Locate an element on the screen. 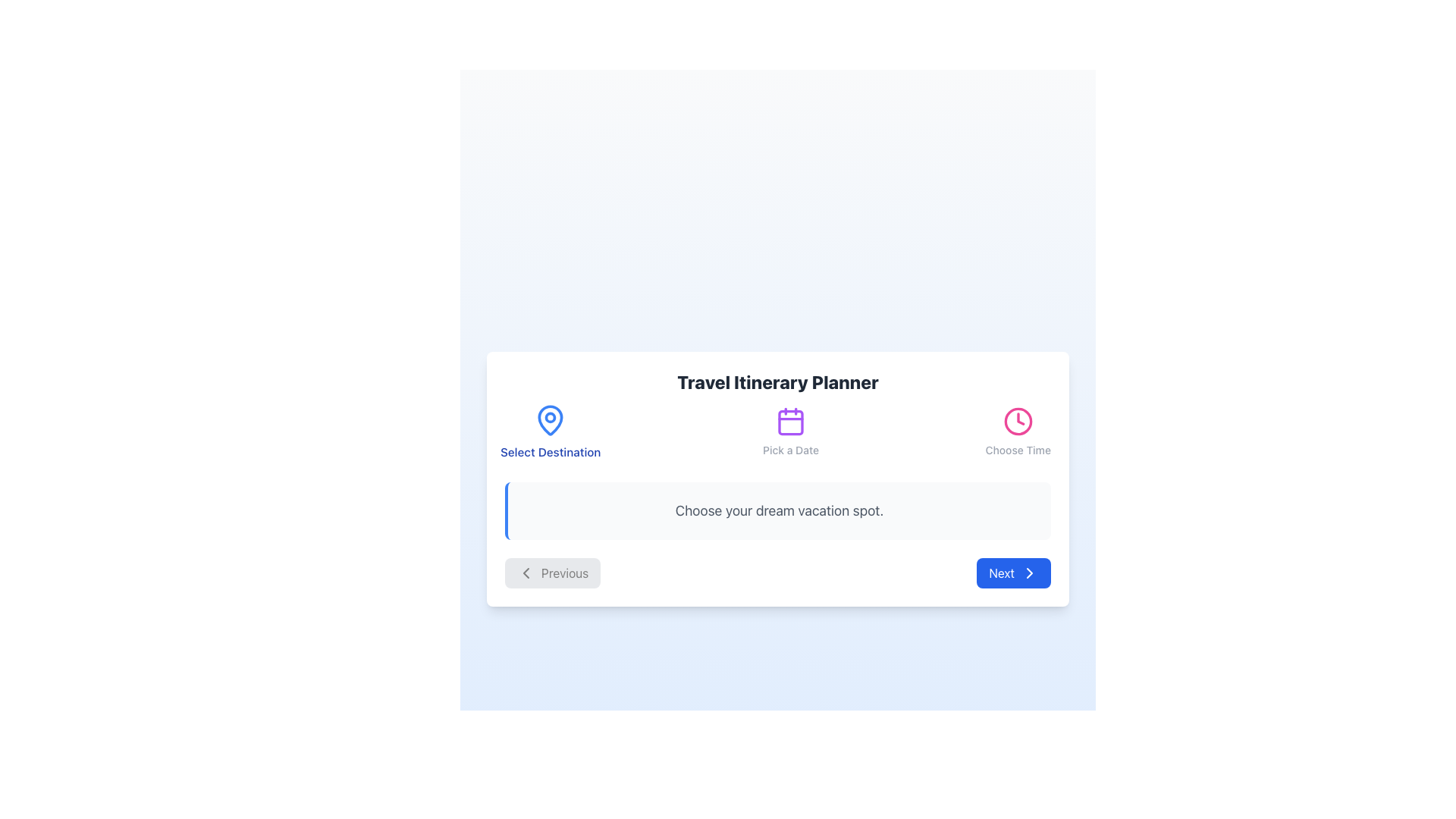 This screenshot has width=1456, height=819. the smaller circle at the center of the map-pin icon, which is adjacent to the 'Select Destination' label is located at coordinates (550, 417).